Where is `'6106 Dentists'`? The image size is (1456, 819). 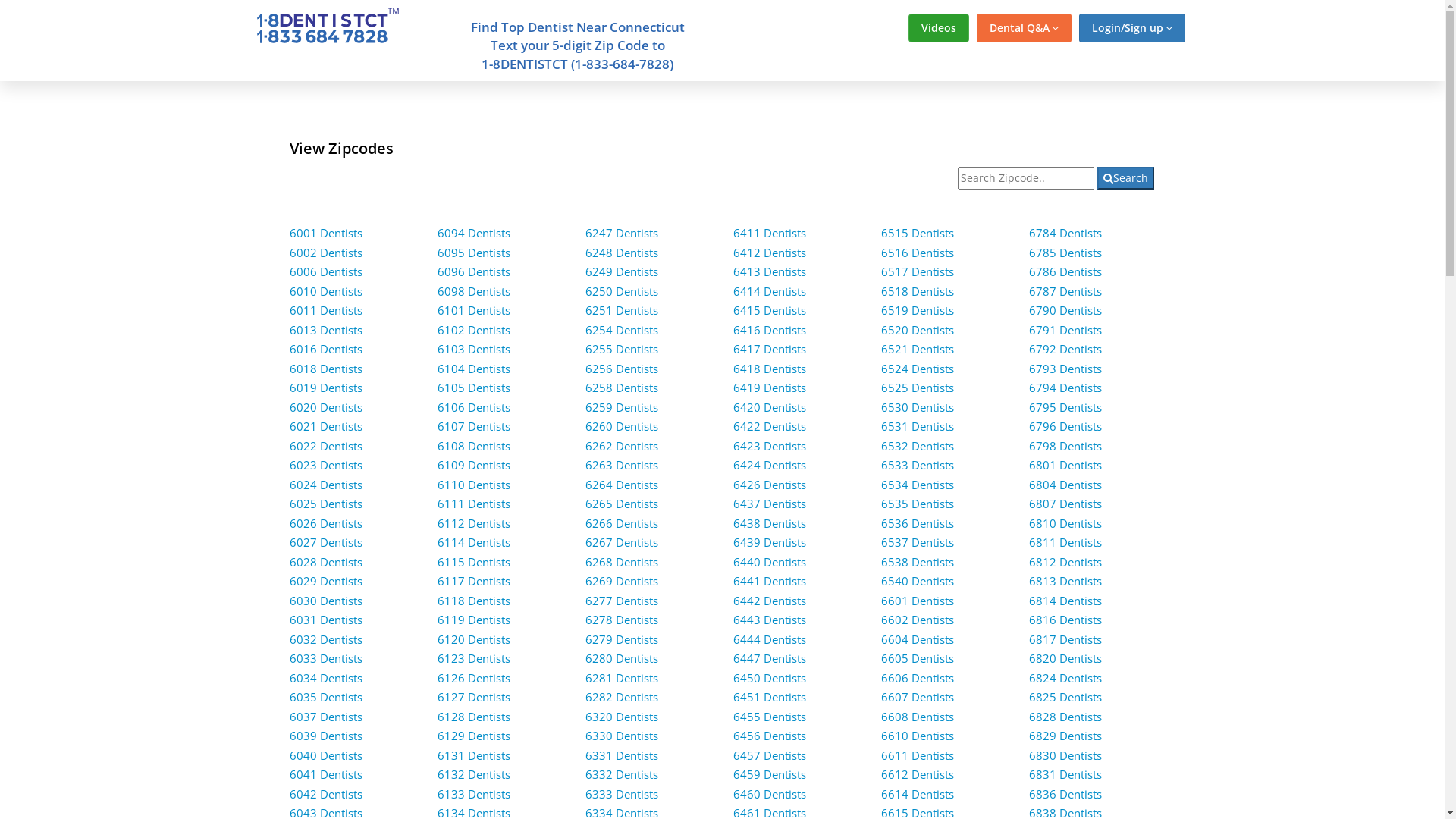
'6106 Dentists' is located at coordinates (436, 406).